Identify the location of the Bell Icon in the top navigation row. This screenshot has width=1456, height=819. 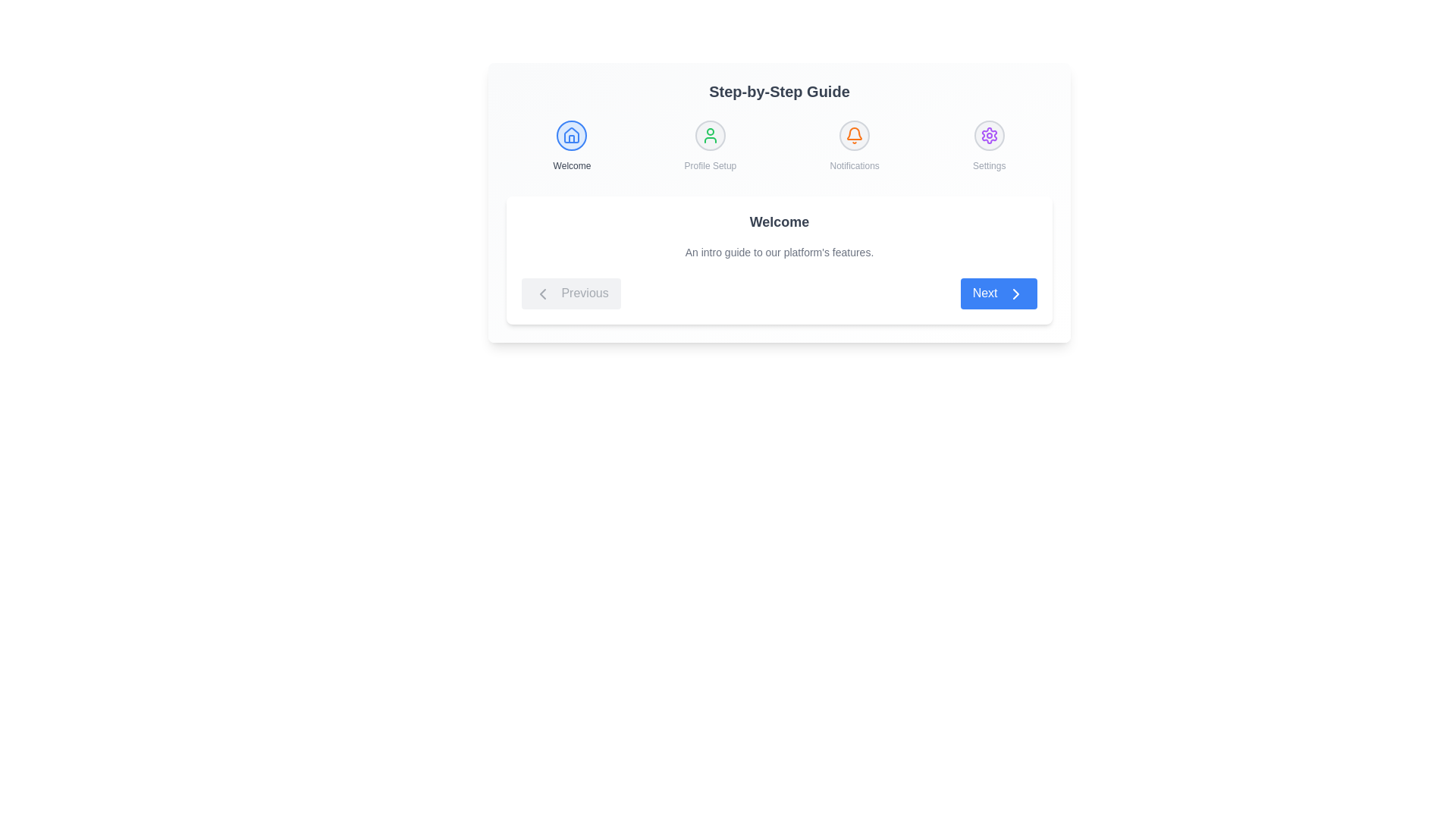
(855, 133).